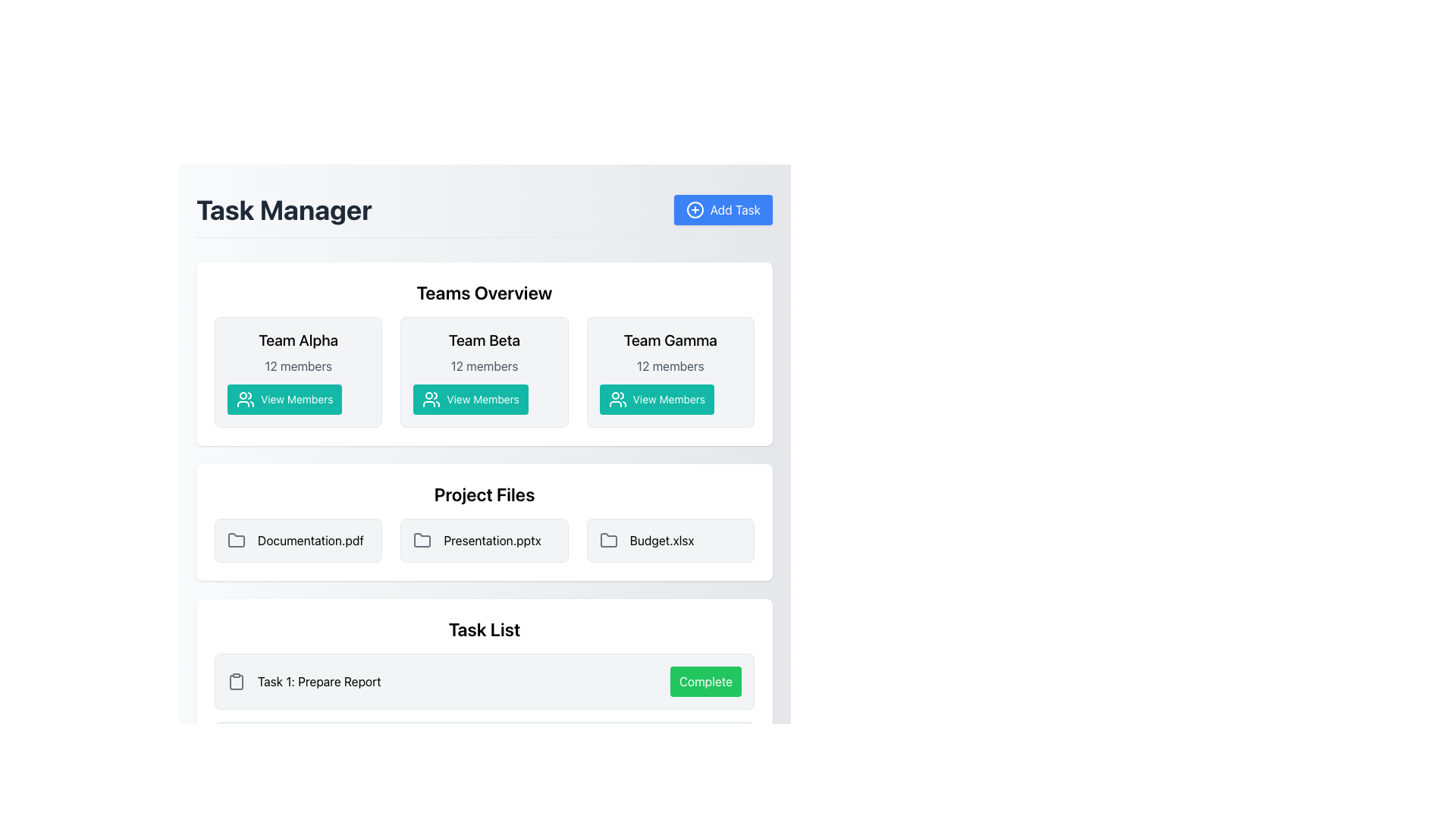 Image resolution: width=1456 pixels, height=819 pixels. What do you see at coordinates (662, 540) in the screenshot?
I see `the text label that reads 'Budget.xlsx'` at bounding box center [662, 540].